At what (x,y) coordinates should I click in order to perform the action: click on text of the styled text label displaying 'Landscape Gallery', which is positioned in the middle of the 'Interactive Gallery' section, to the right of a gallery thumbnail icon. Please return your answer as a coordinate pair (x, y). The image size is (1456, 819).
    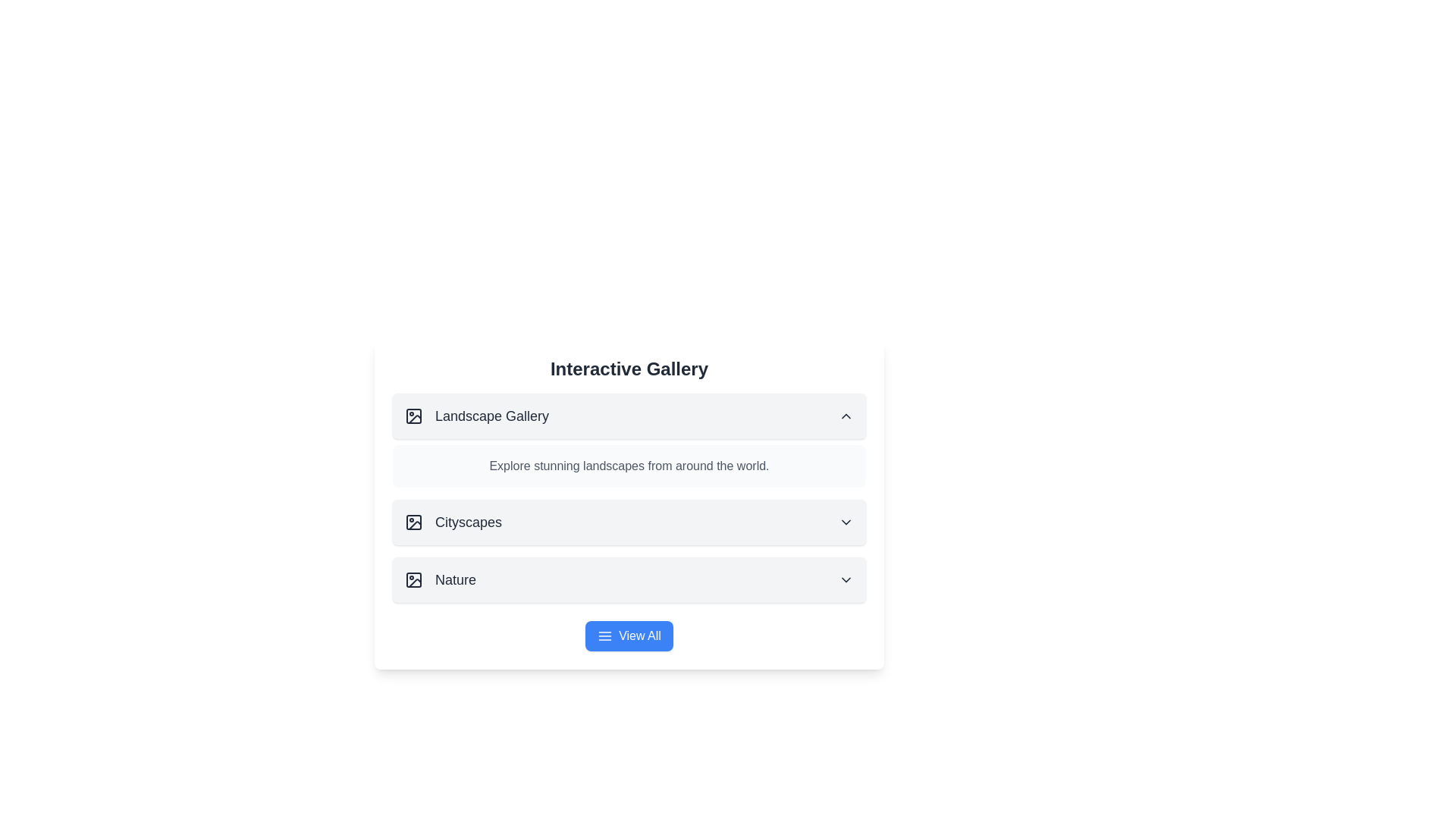
    Looking at the image, I should click on (491, 416).